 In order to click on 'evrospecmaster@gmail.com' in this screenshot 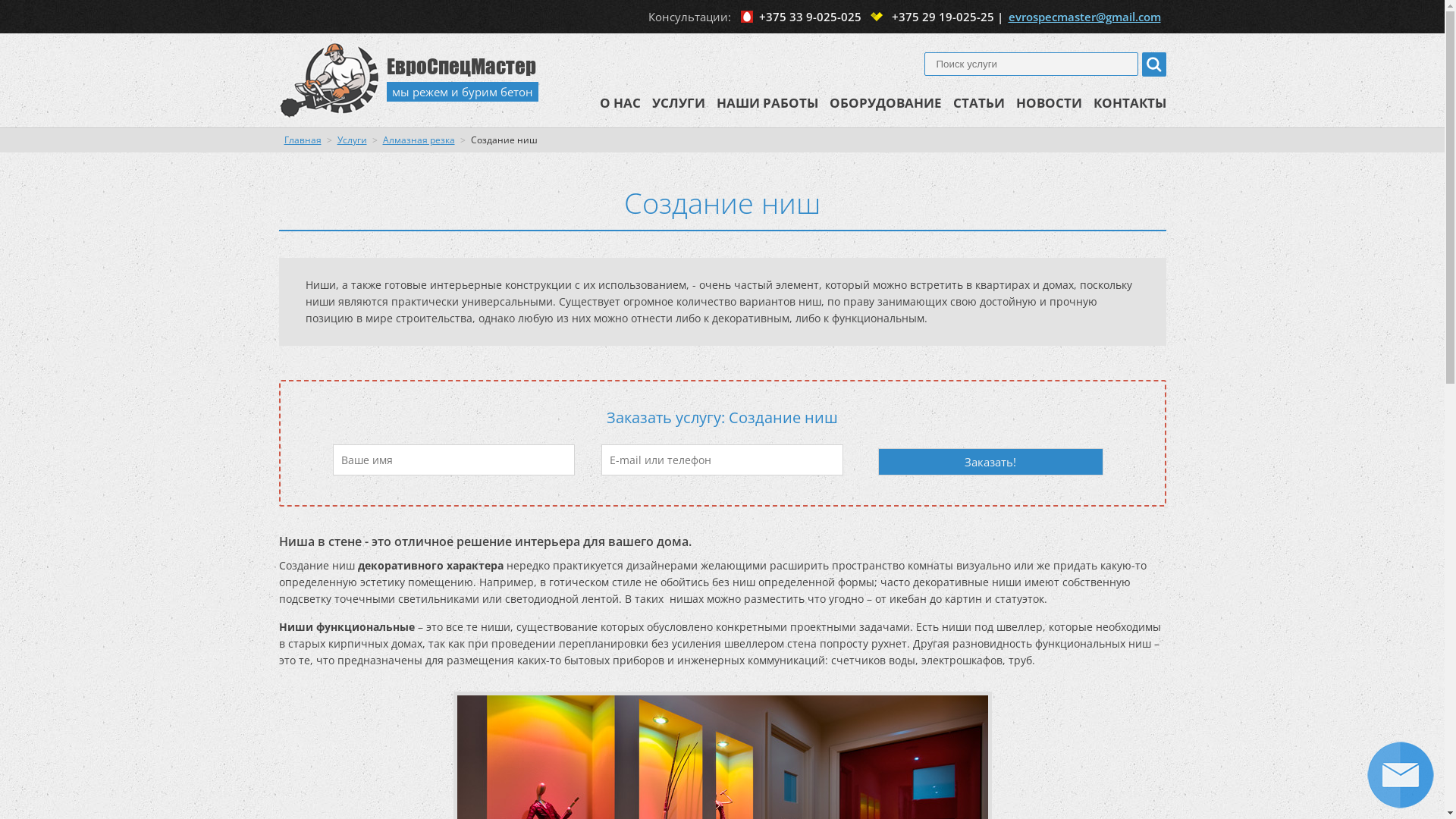, I will do `click(1080, 17)`.